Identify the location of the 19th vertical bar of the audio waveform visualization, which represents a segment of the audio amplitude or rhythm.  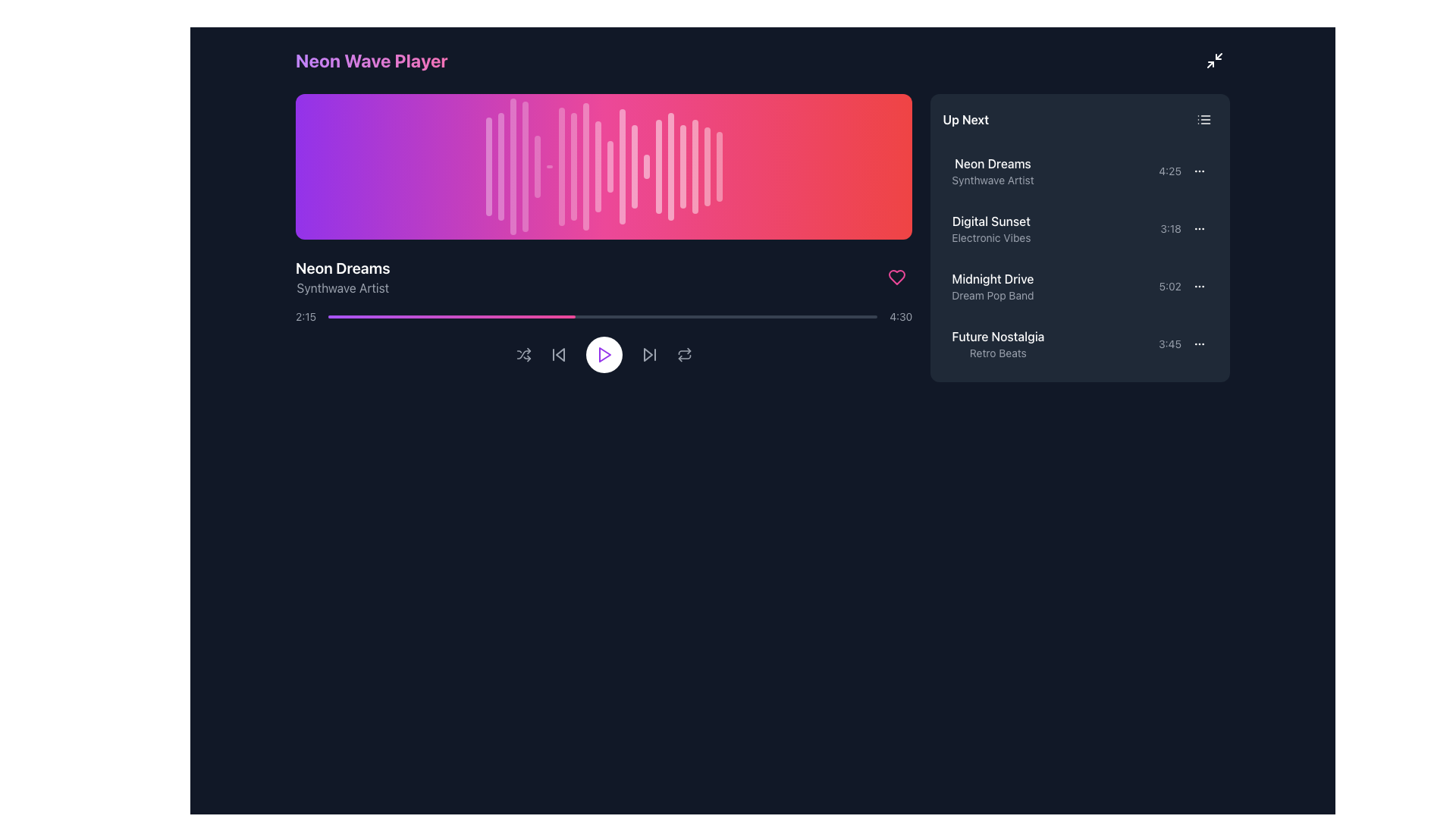
(718, 166).